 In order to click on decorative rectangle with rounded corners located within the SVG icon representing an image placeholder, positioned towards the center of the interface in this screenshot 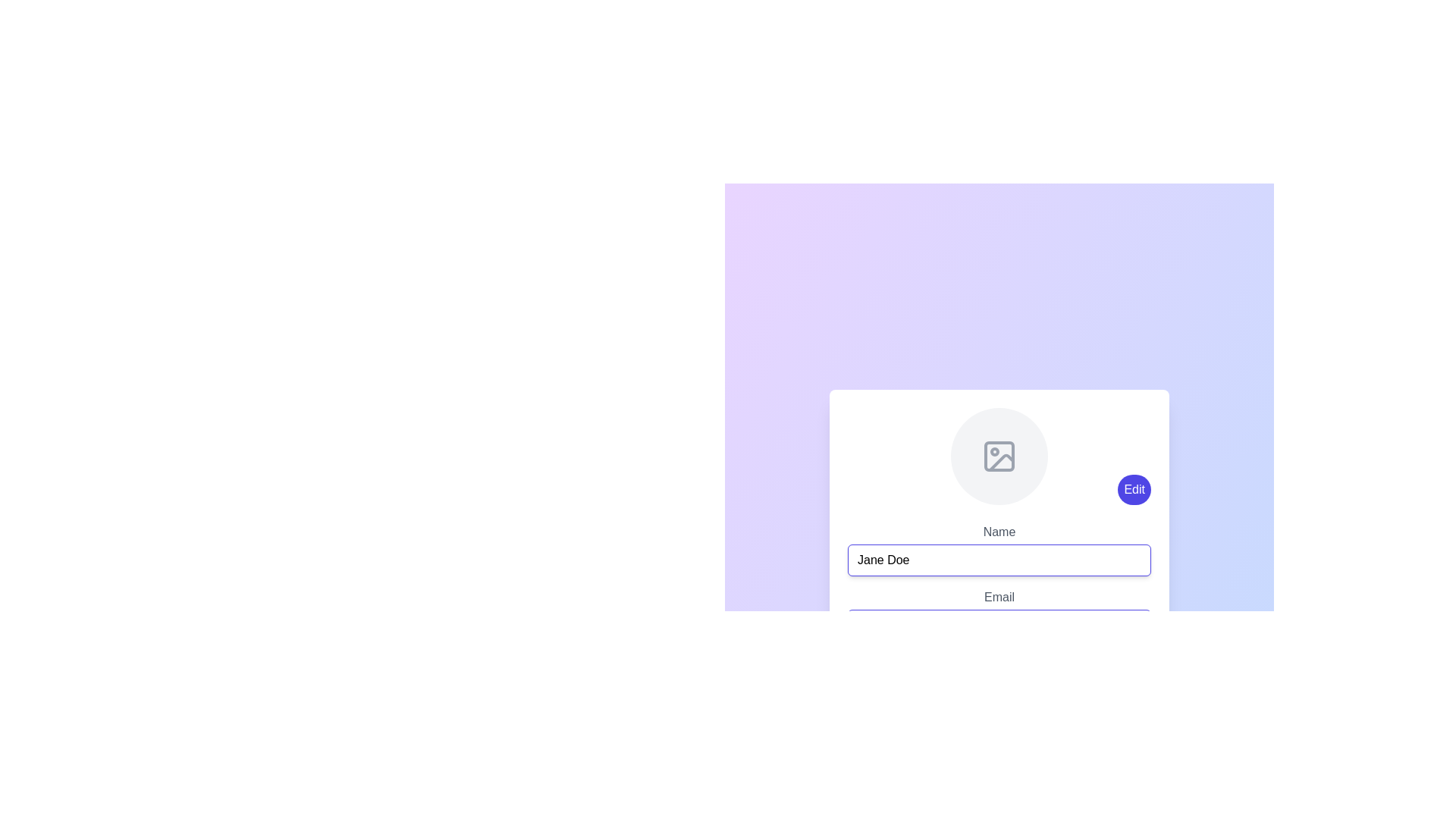, I will do `click(999, 455)`.